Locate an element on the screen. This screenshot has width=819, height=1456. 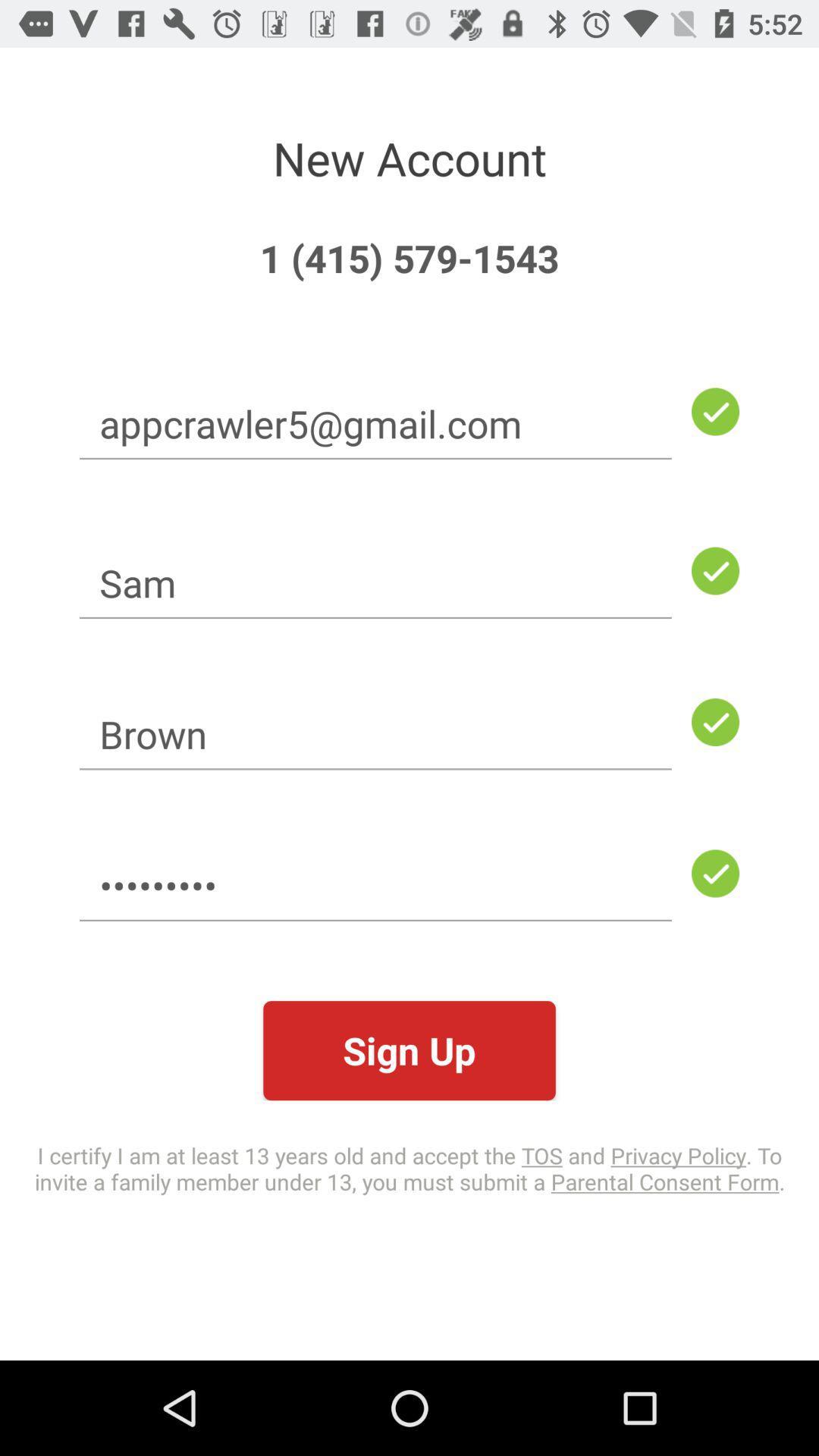
the brown icon is located at coordinates (375, 734).